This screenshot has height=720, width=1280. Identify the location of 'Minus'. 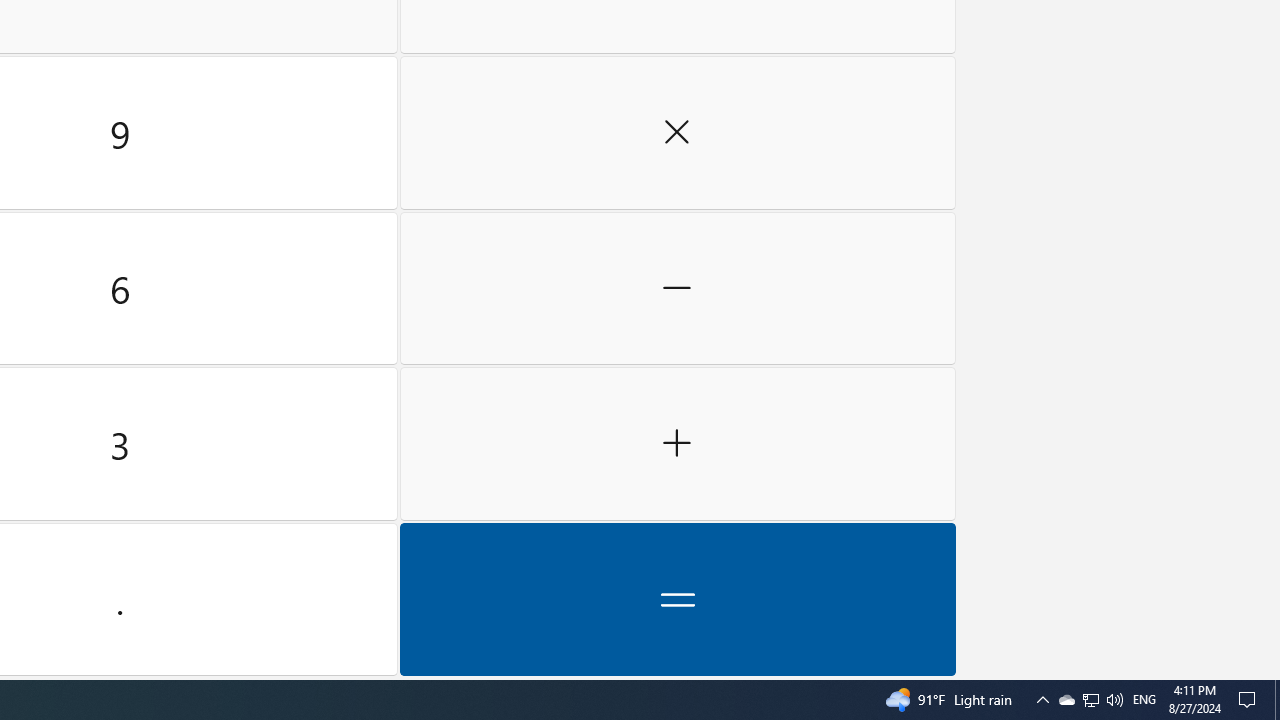
(677, 288).